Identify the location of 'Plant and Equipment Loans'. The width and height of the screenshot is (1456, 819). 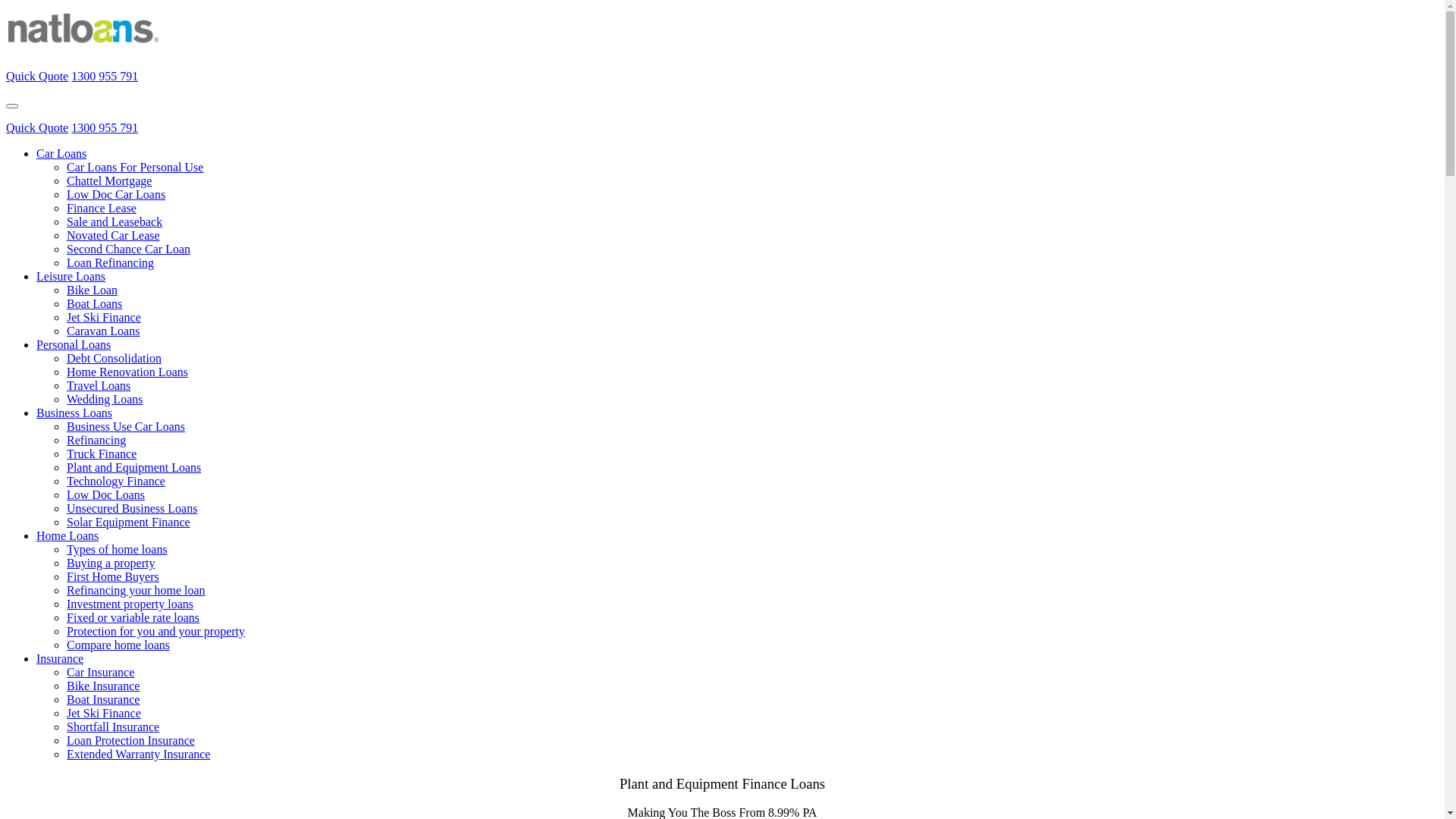
(65, 466).